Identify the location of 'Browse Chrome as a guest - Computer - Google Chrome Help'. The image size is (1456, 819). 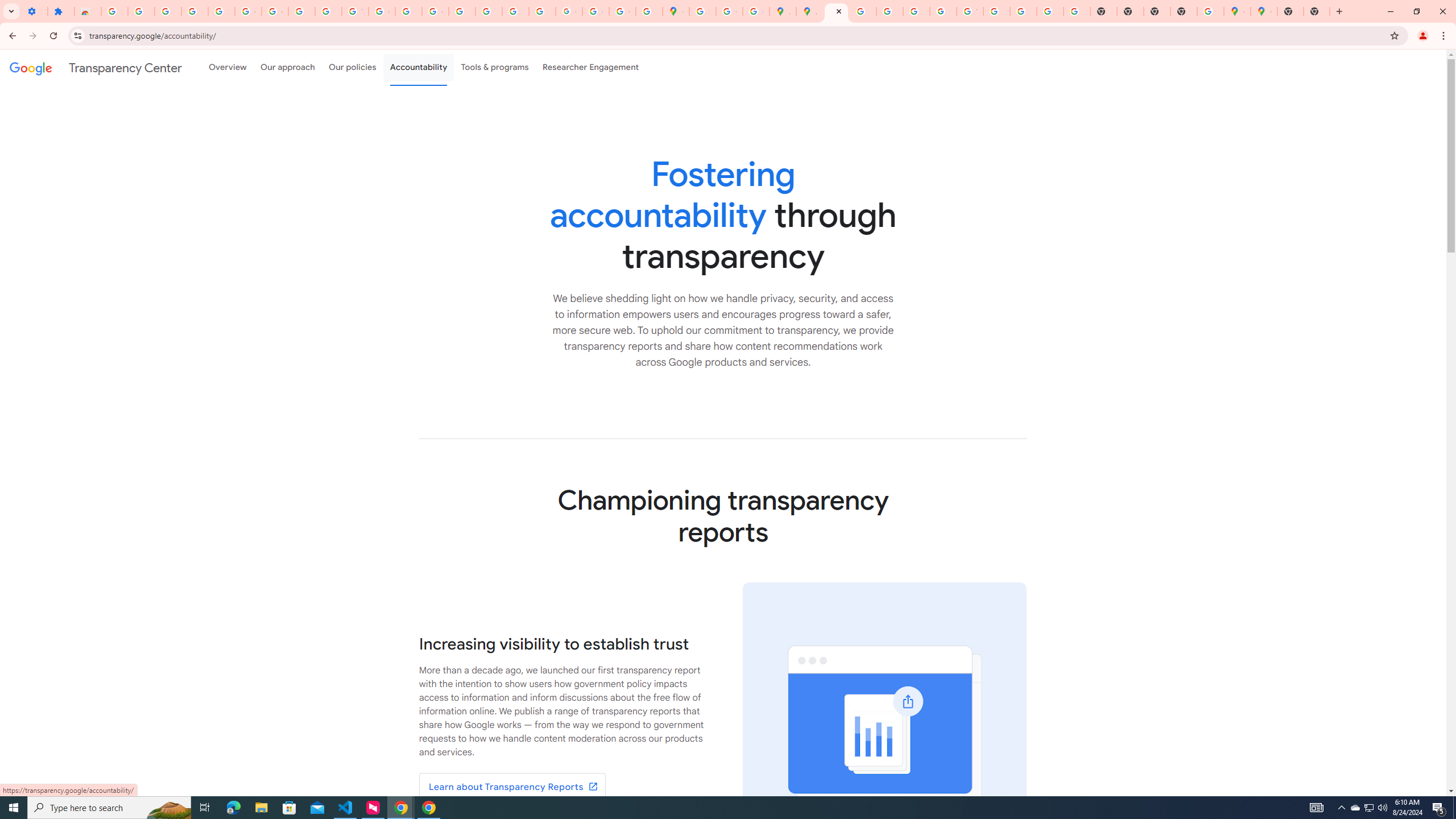
(996, 11).